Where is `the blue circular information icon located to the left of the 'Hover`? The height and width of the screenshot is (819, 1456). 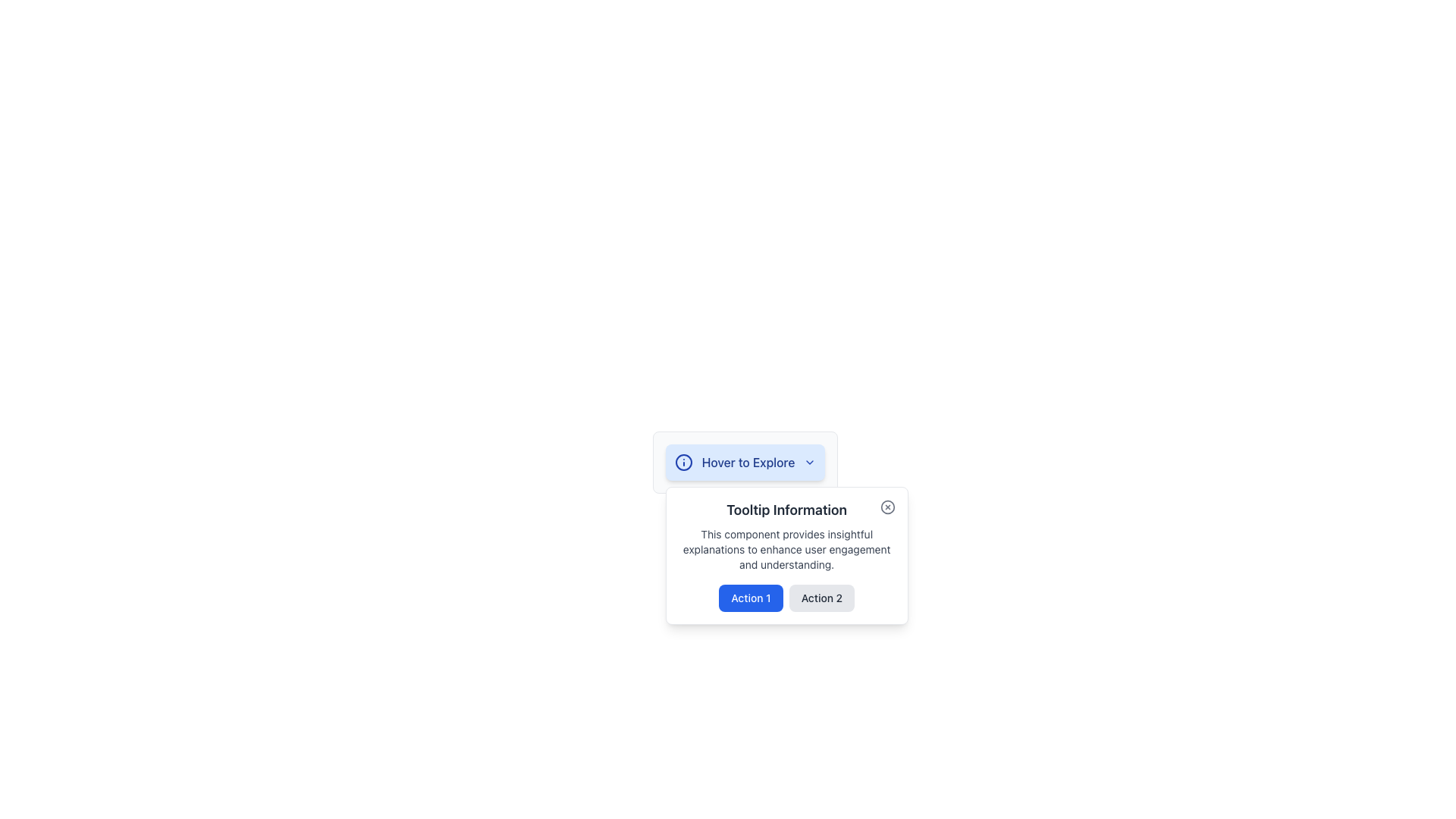 the blue circular information icon located to the left of the 'Hover is located at coordinates (682, 461).